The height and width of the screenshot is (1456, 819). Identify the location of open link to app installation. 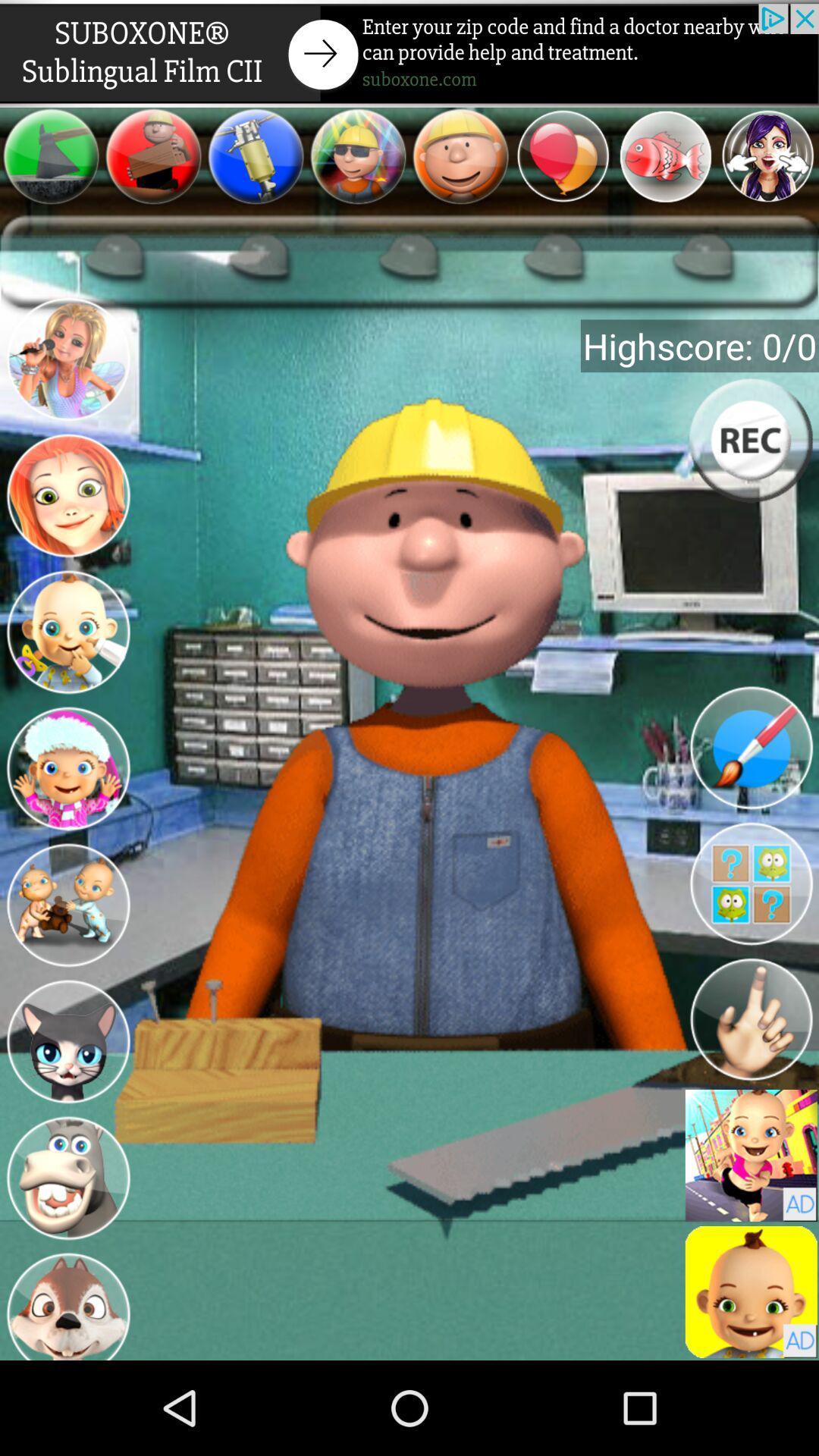
(751, 1291).